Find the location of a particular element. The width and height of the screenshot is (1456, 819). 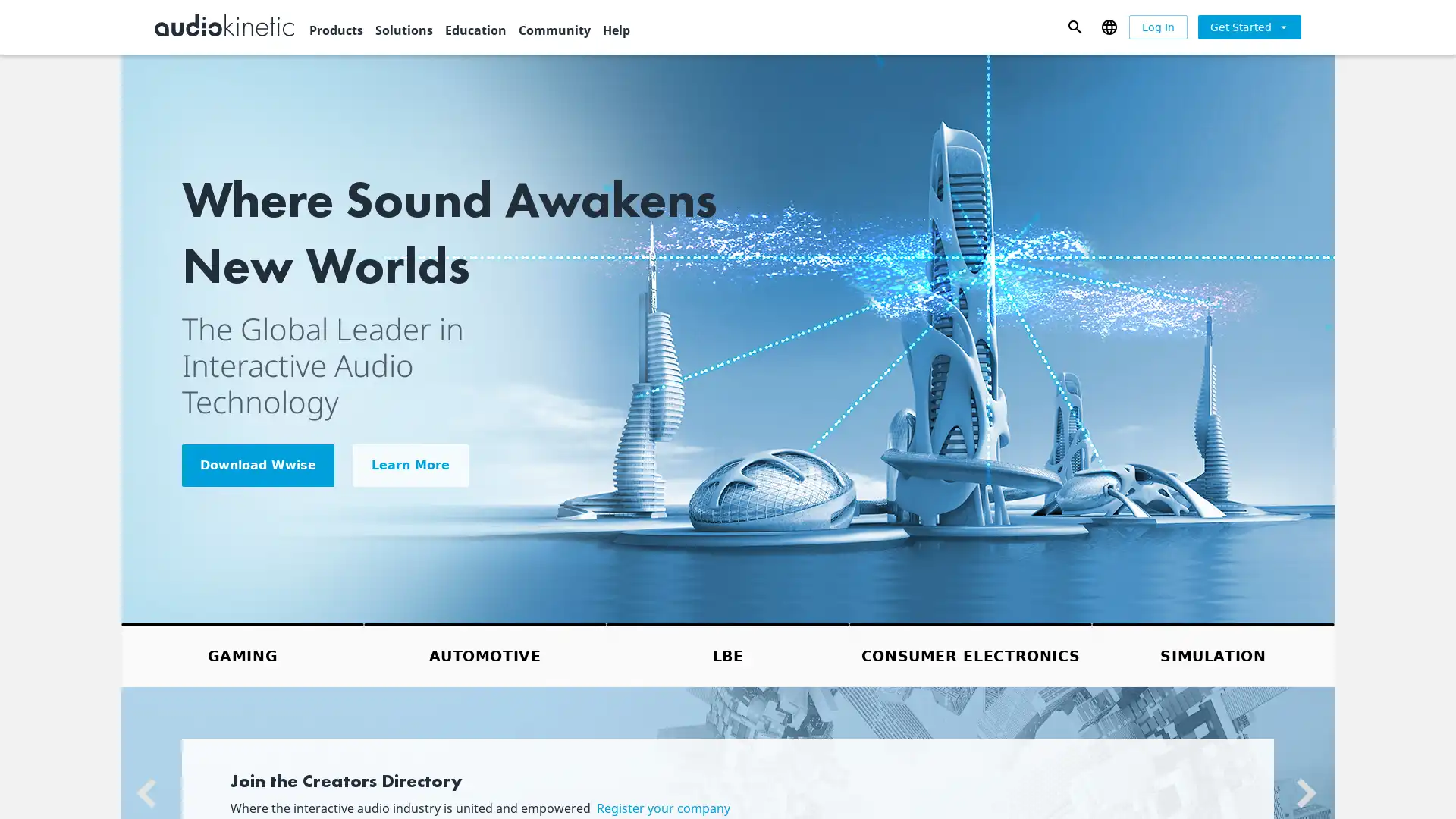

language is located at coordinates (1109, 26).